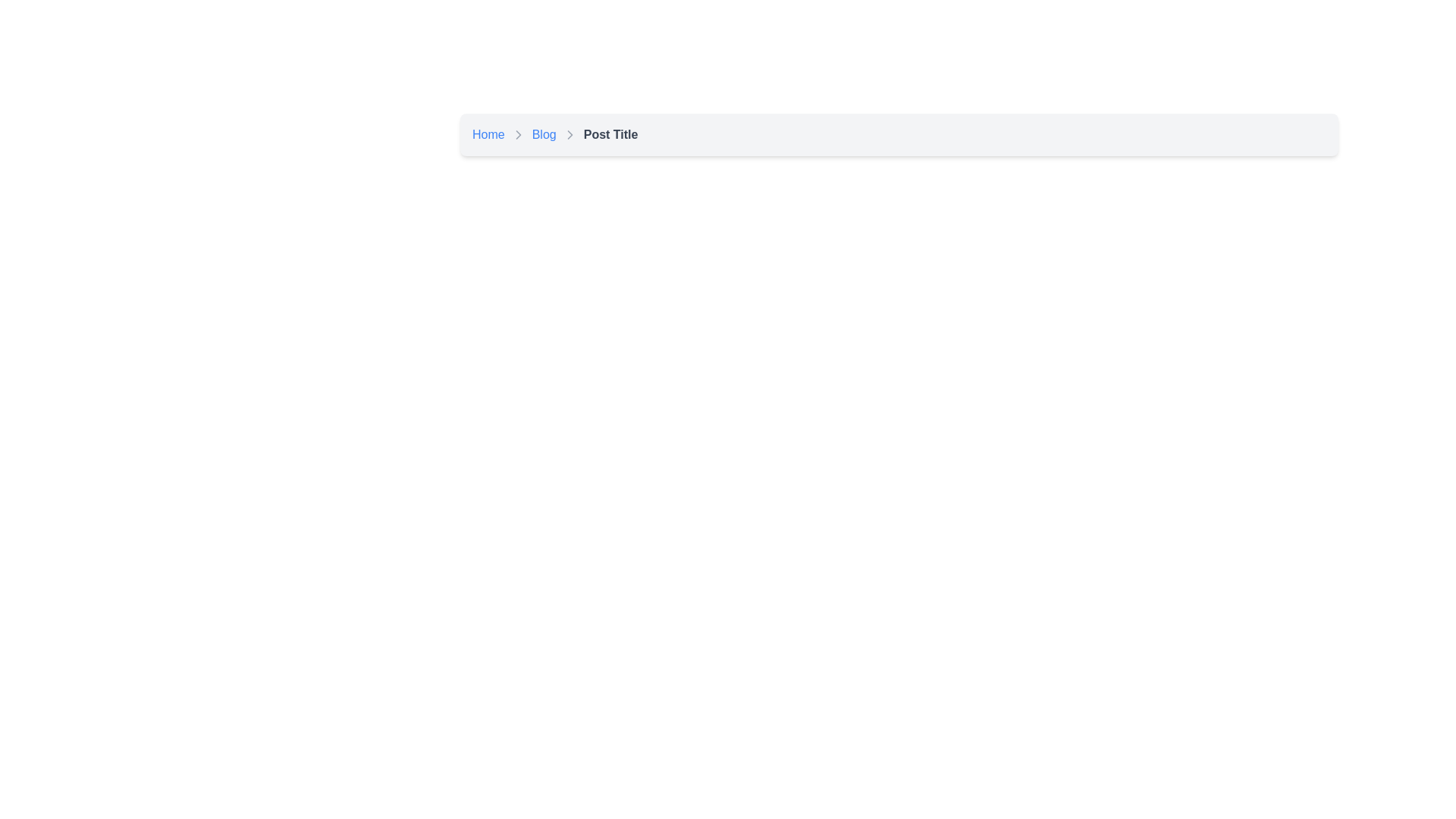 The width and height of the screenshot is (1456, 819). Describe the element at coordinates (488, 133) in the screenshot. I see `the 'Home' hyperlink in the breadcrumb navigation bar to observe the color change indicating interactivity` at that location.